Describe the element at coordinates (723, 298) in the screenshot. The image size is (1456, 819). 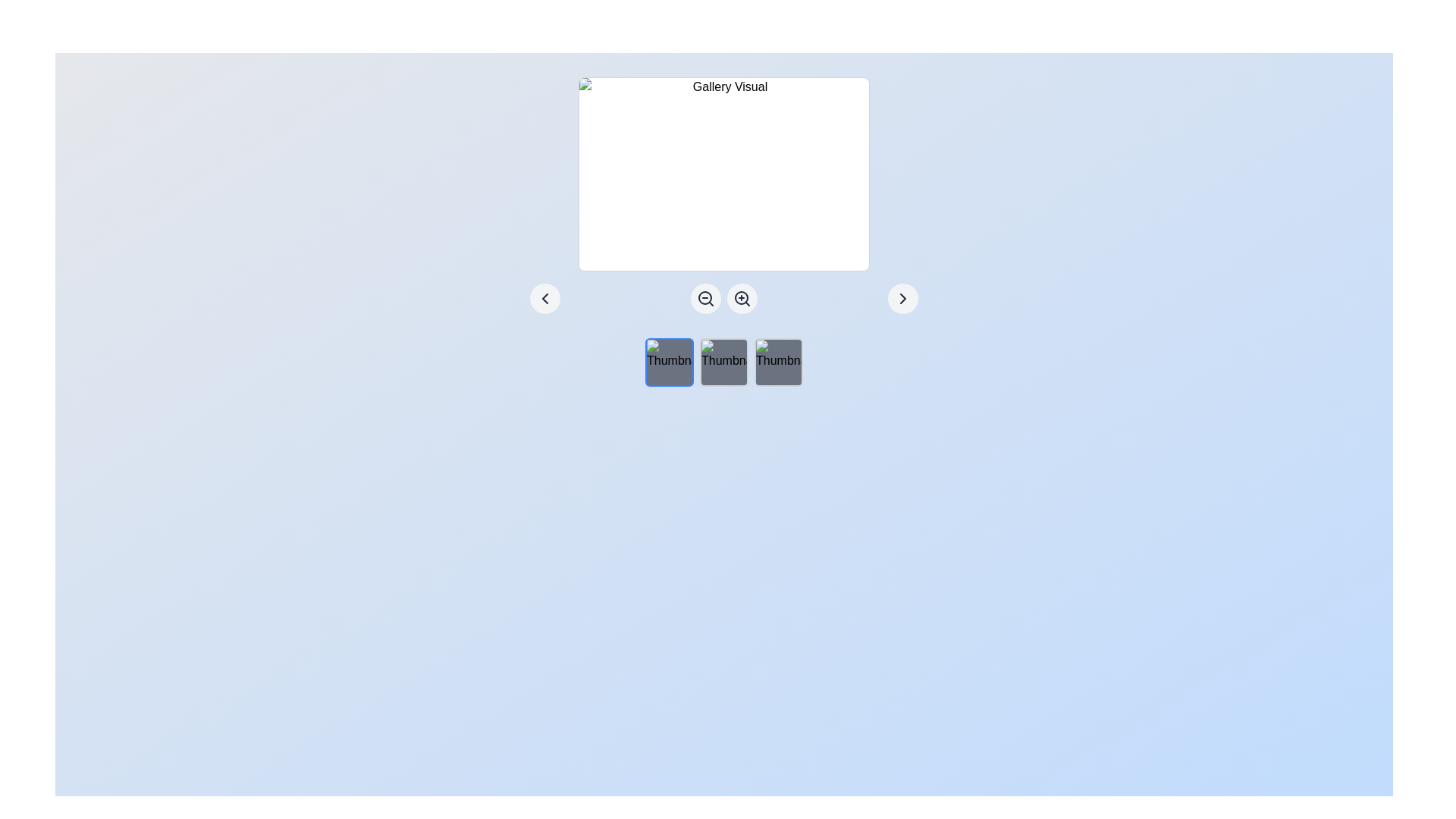
I see `the zoom in button located at the center bottom of the interface, beneath the 'Gallery Visual' area, to increase the zoom level` at that location.